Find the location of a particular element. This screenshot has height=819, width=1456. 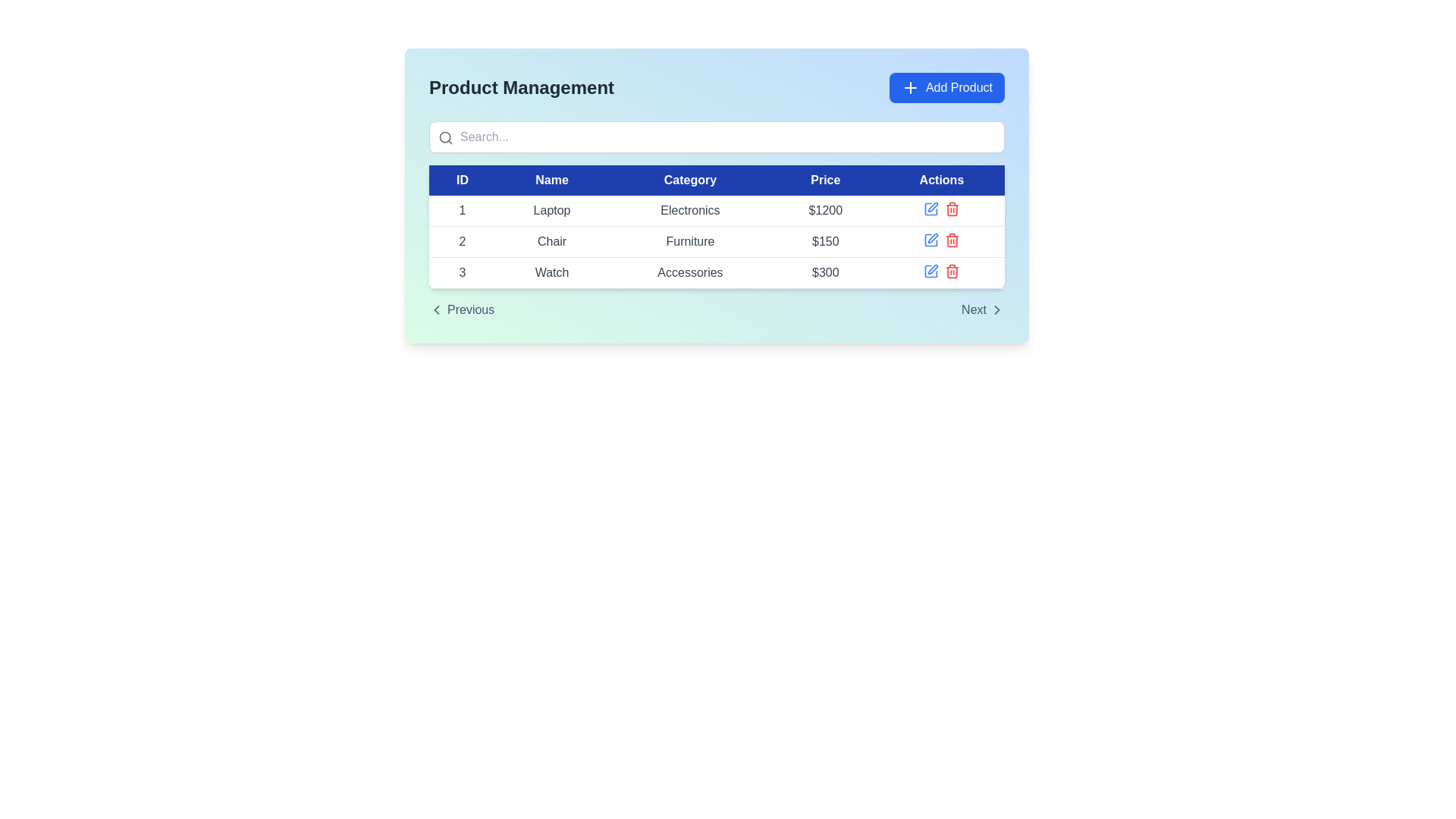

the static text displaying the digit '1' located in the first row and first column of the table under the 'ID' header is located at coordinates (461, 211).